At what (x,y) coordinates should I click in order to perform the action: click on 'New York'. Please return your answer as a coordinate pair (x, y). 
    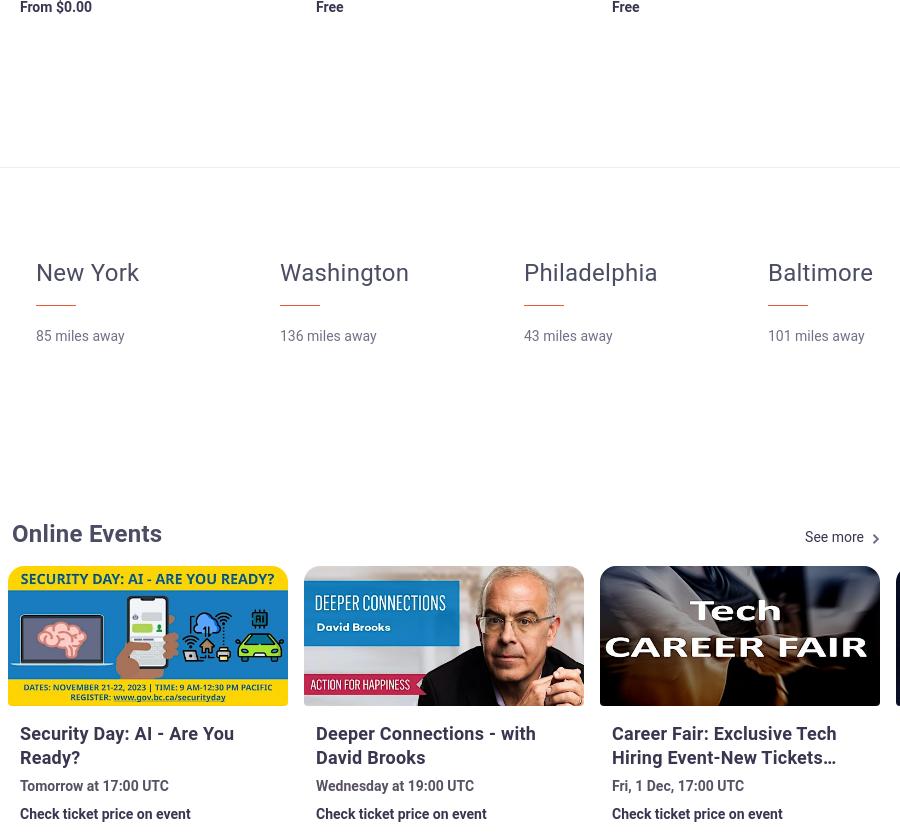
    Looking at the image, I should click on (35, 272).